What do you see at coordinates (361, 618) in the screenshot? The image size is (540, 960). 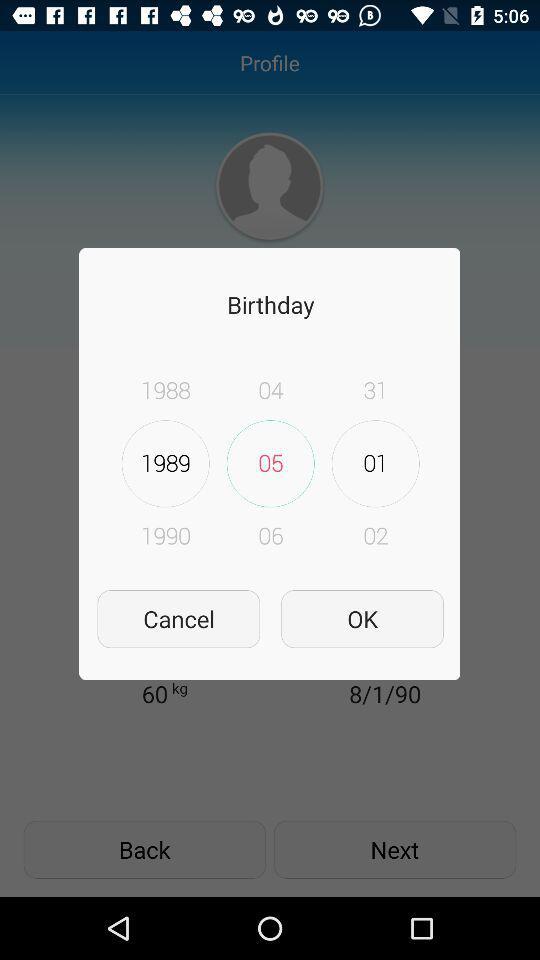 I see `ok icon` at bounding box center [361, 618].